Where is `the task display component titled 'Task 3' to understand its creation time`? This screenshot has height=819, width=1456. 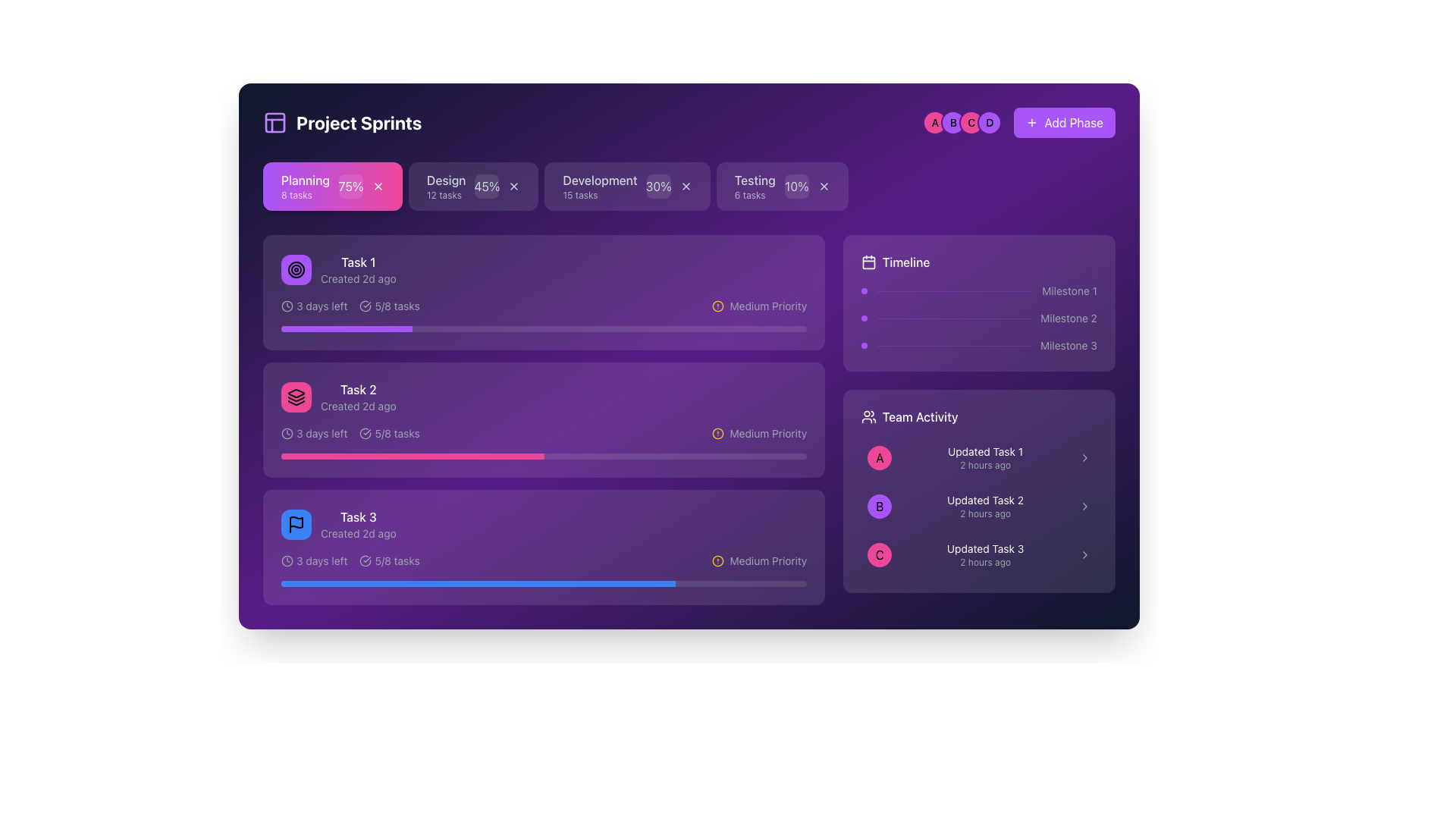 the task display component titled 'Task 3' to understand its creation time is located at coordinates (337, 523).